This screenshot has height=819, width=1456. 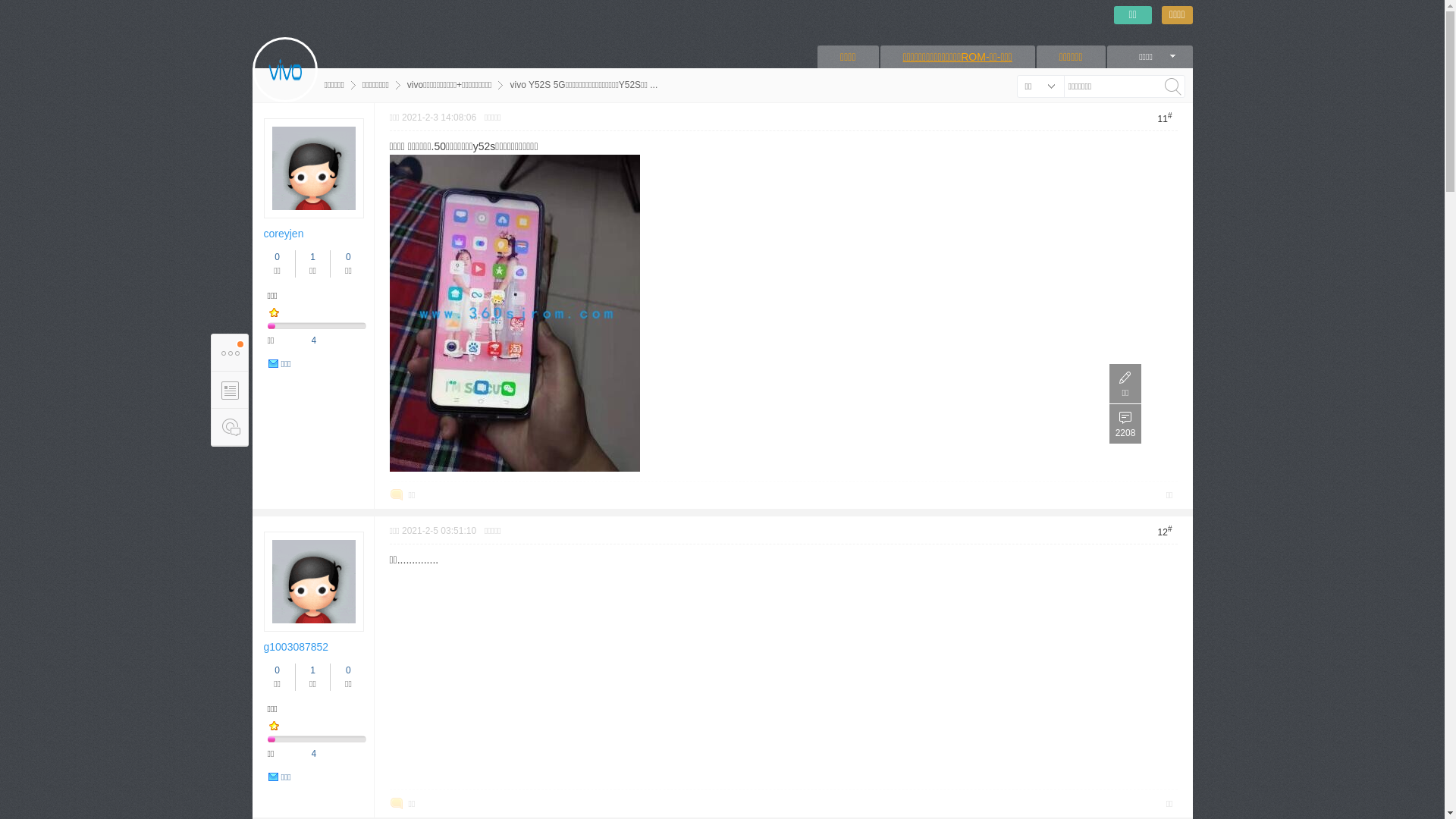 I want to click on '0', so click(x=277, y=669).